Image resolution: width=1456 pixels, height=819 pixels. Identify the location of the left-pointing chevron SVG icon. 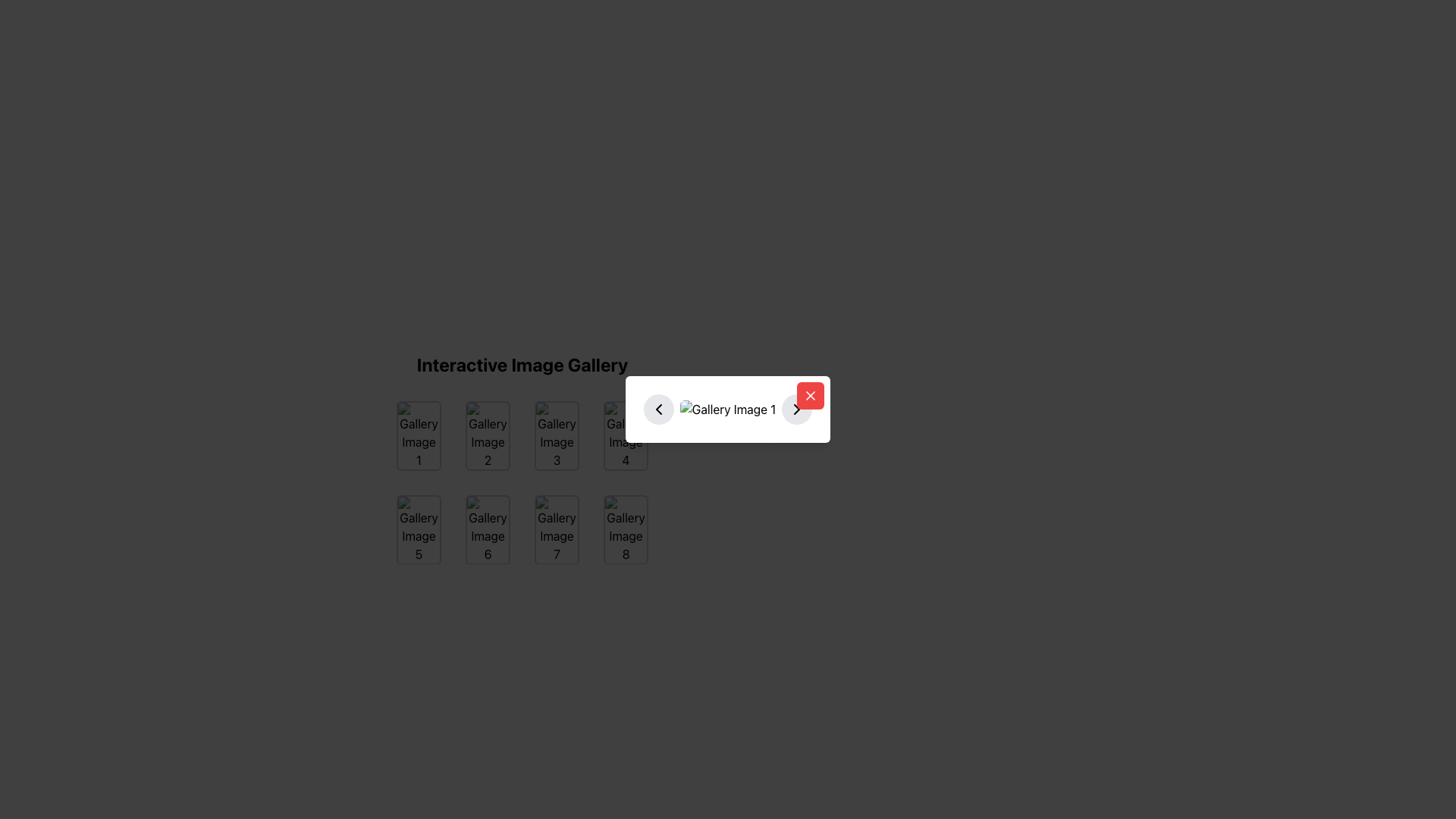
(658, 409).